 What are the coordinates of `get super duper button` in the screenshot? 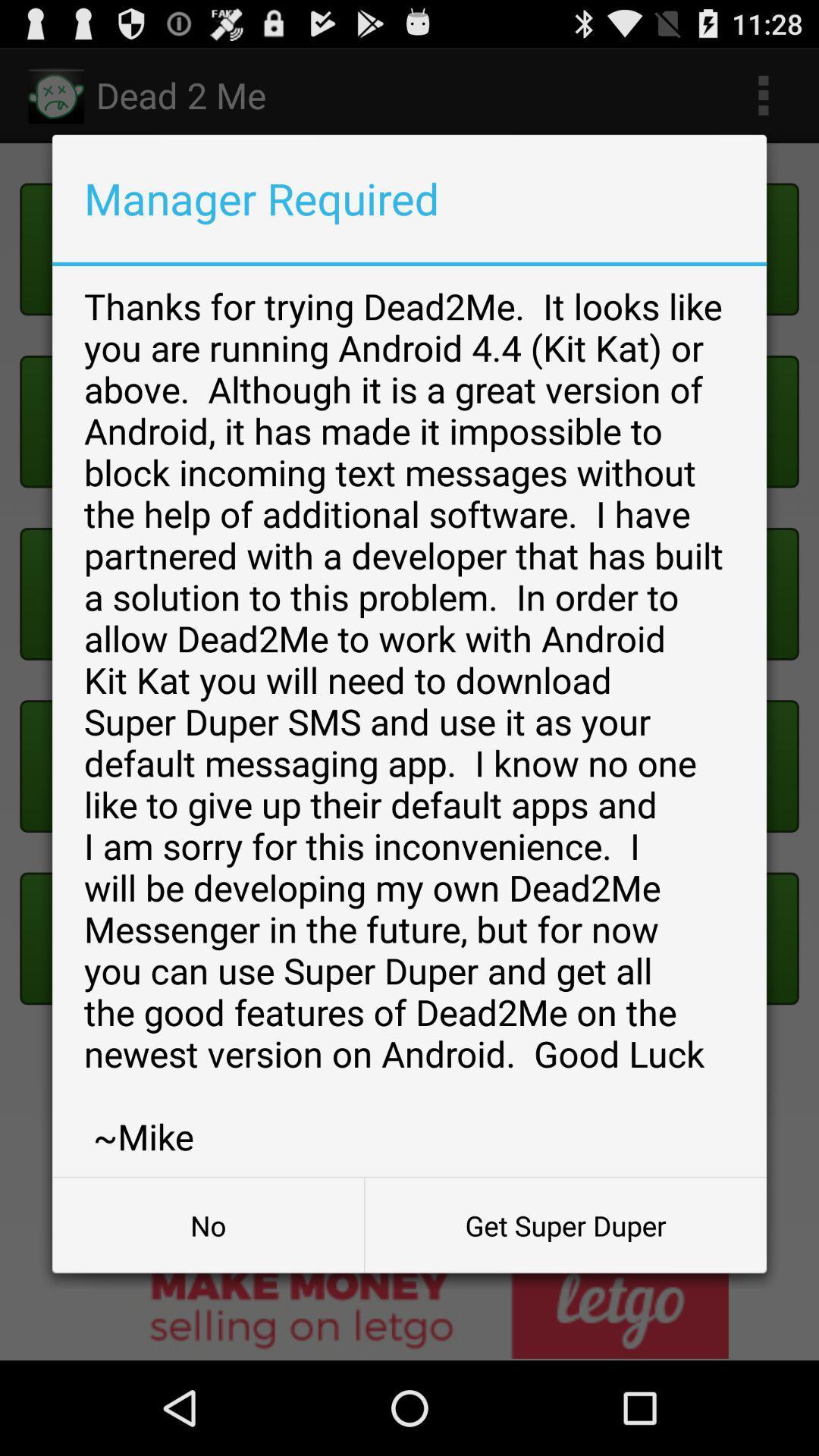 It's located at (566, 1225).